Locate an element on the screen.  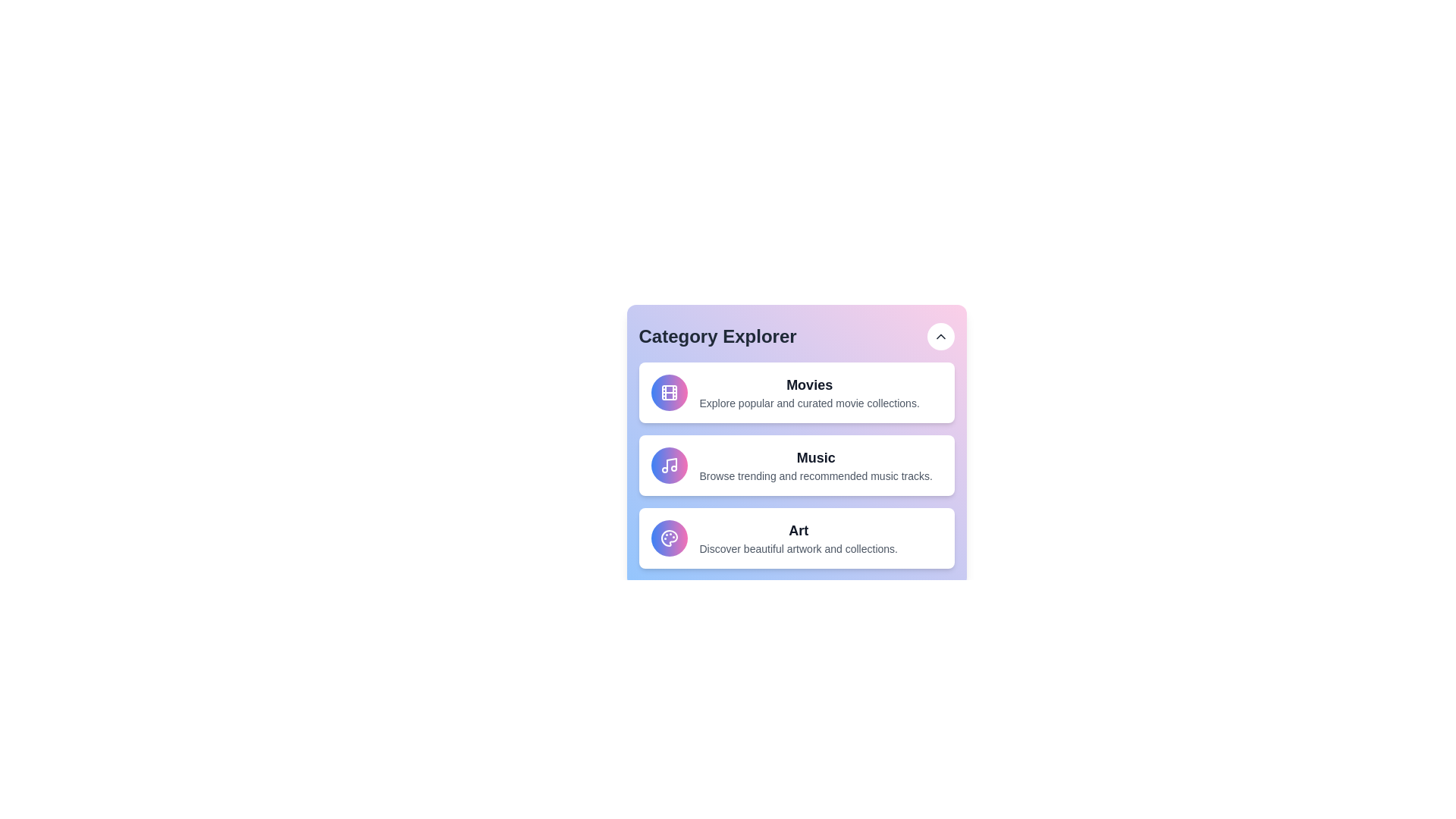
the toggle button to change the menu state is located at coordinates (940, 335).